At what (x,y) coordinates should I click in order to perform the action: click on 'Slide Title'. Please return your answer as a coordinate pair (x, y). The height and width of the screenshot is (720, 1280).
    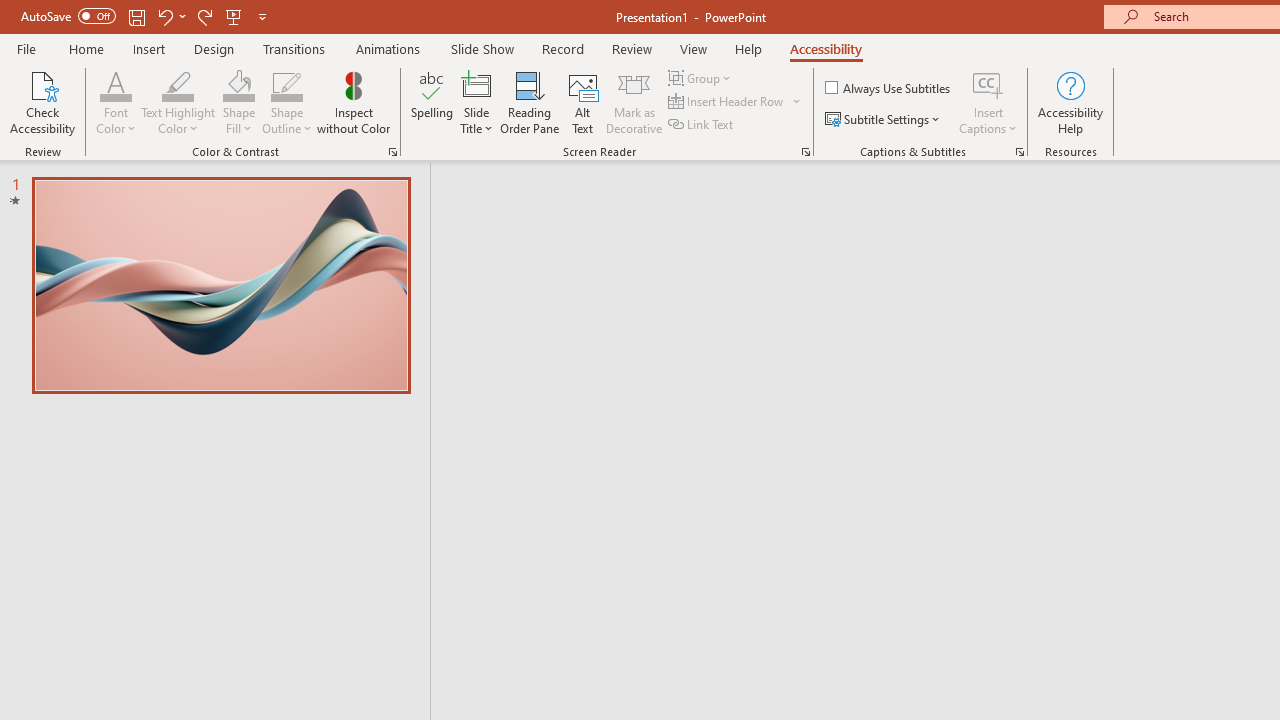
    Looking at the image, I should click on (475, 103).